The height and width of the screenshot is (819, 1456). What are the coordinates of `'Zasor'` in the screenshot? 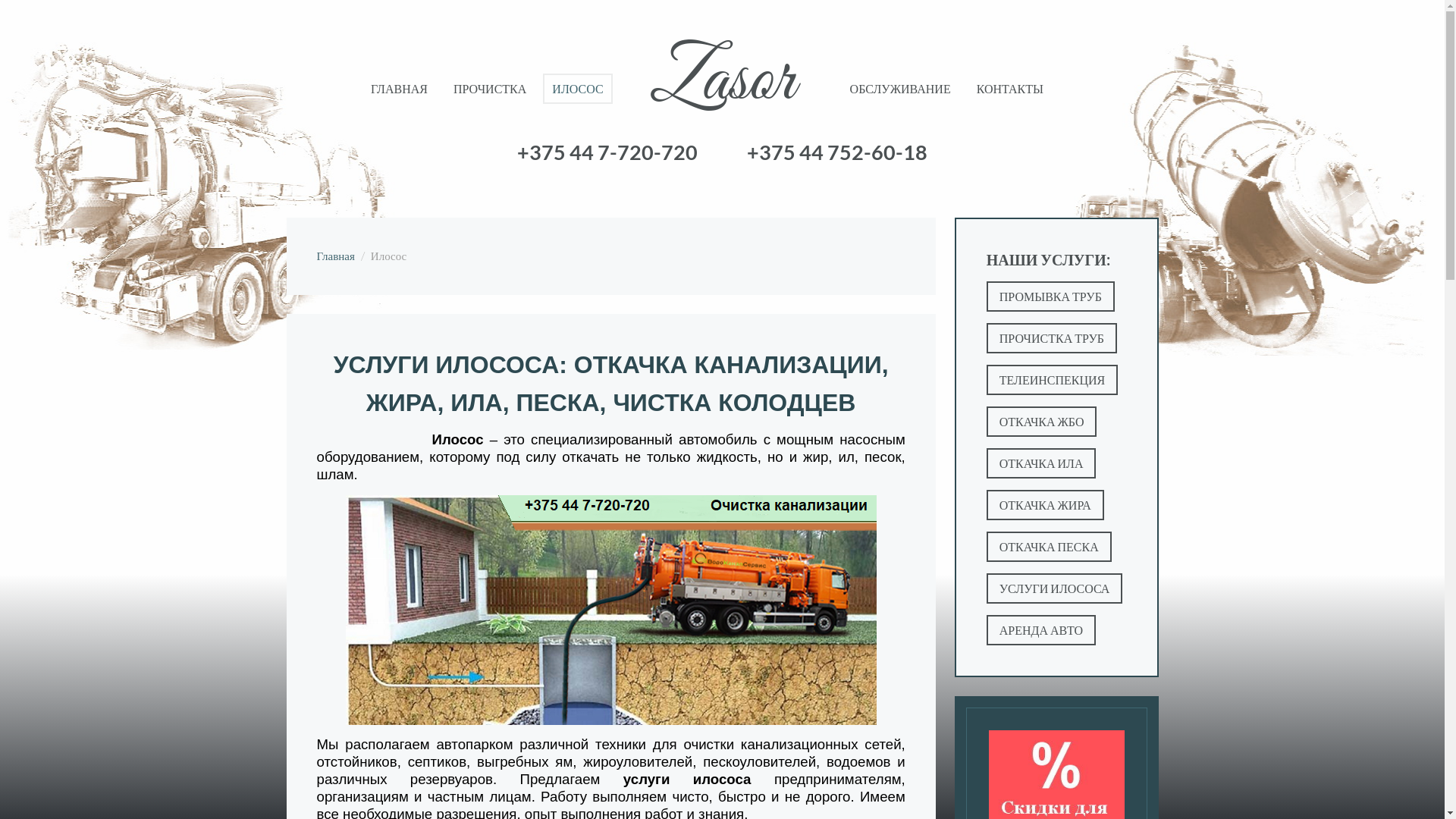 It's located at (721, 90).